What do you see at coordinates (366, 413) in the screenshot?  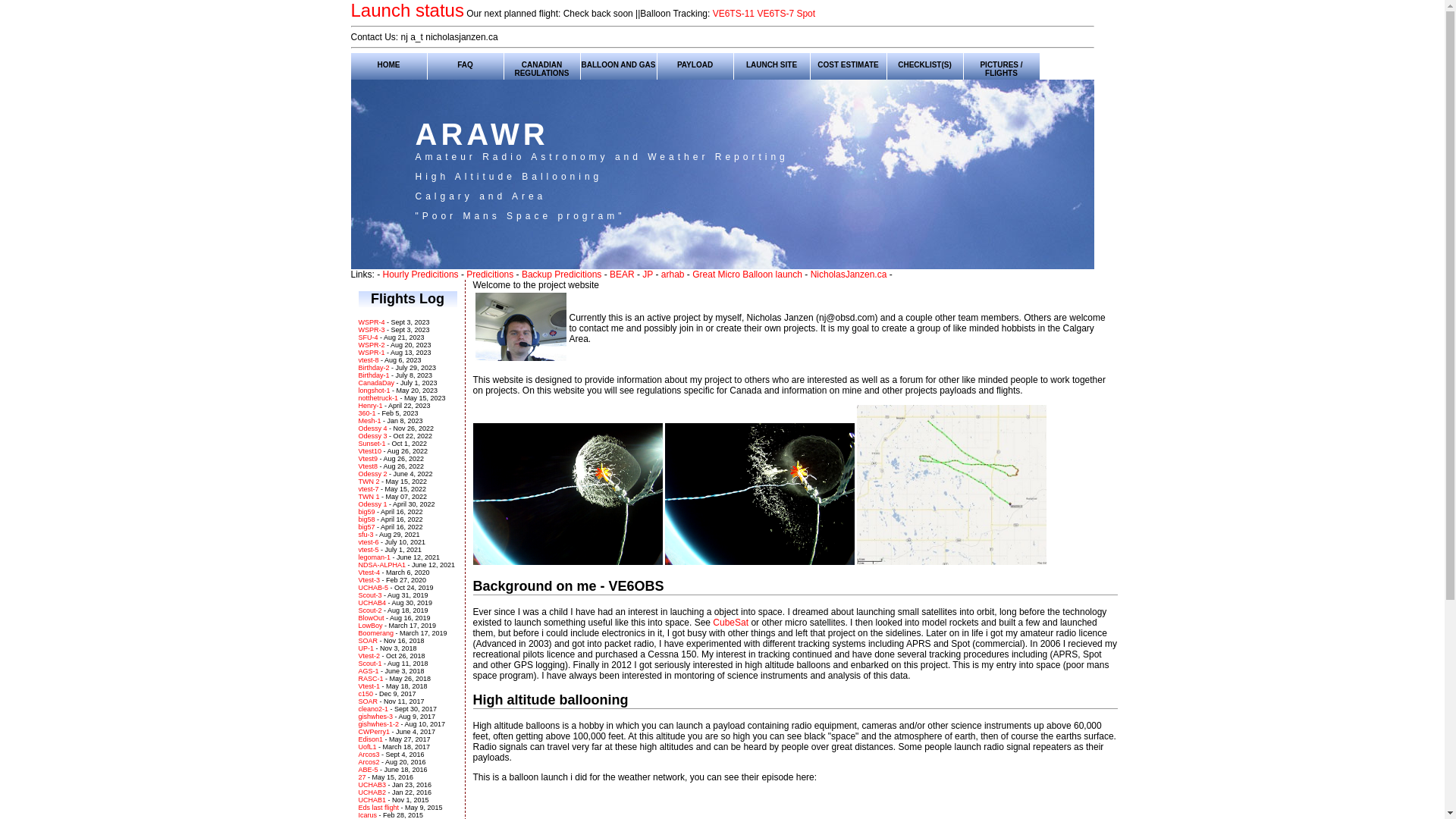 I see `'360-1'` at bounding box center [366, 413].